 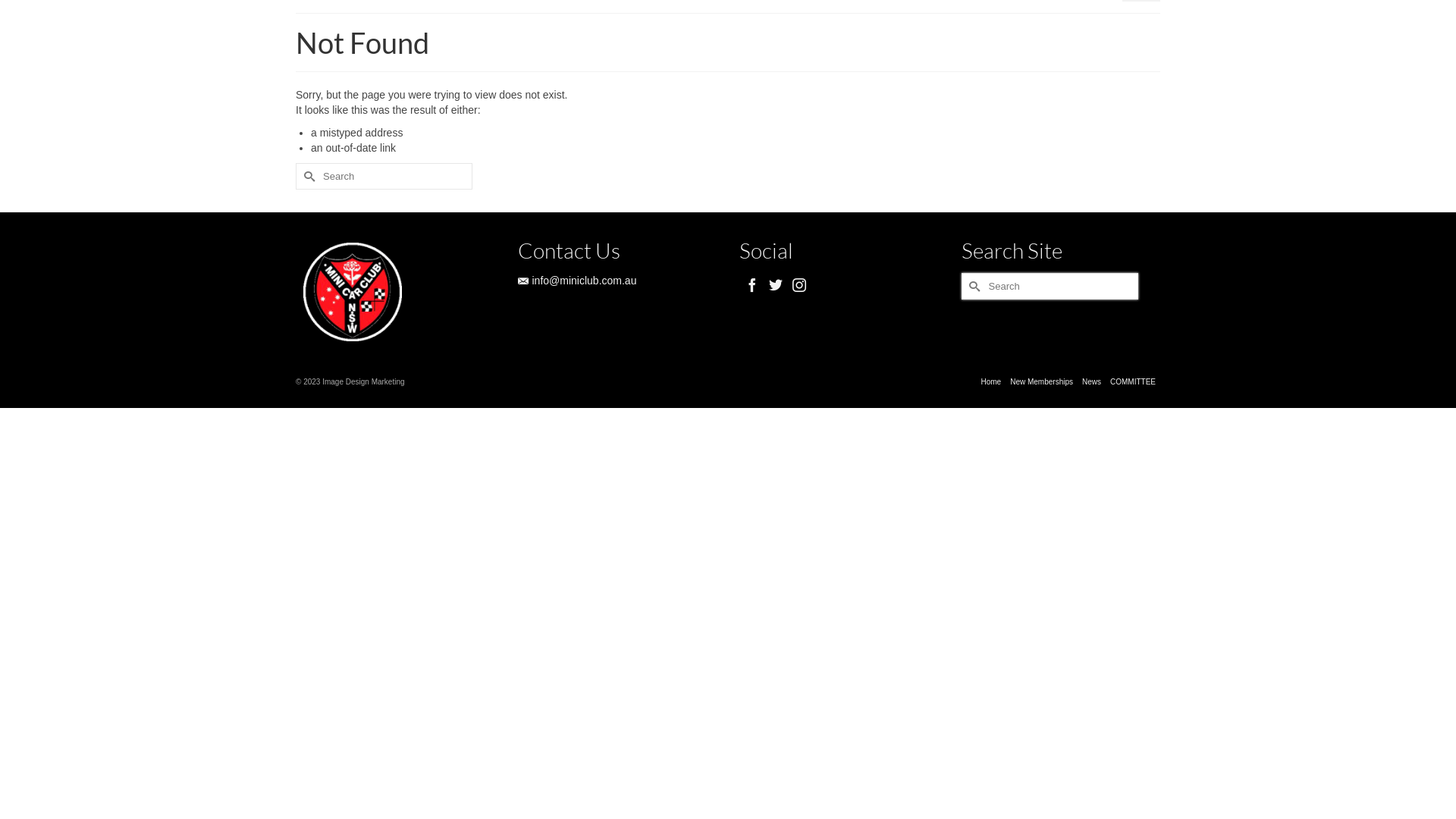 I want to click on 'Home', so click(x=990, y=381).